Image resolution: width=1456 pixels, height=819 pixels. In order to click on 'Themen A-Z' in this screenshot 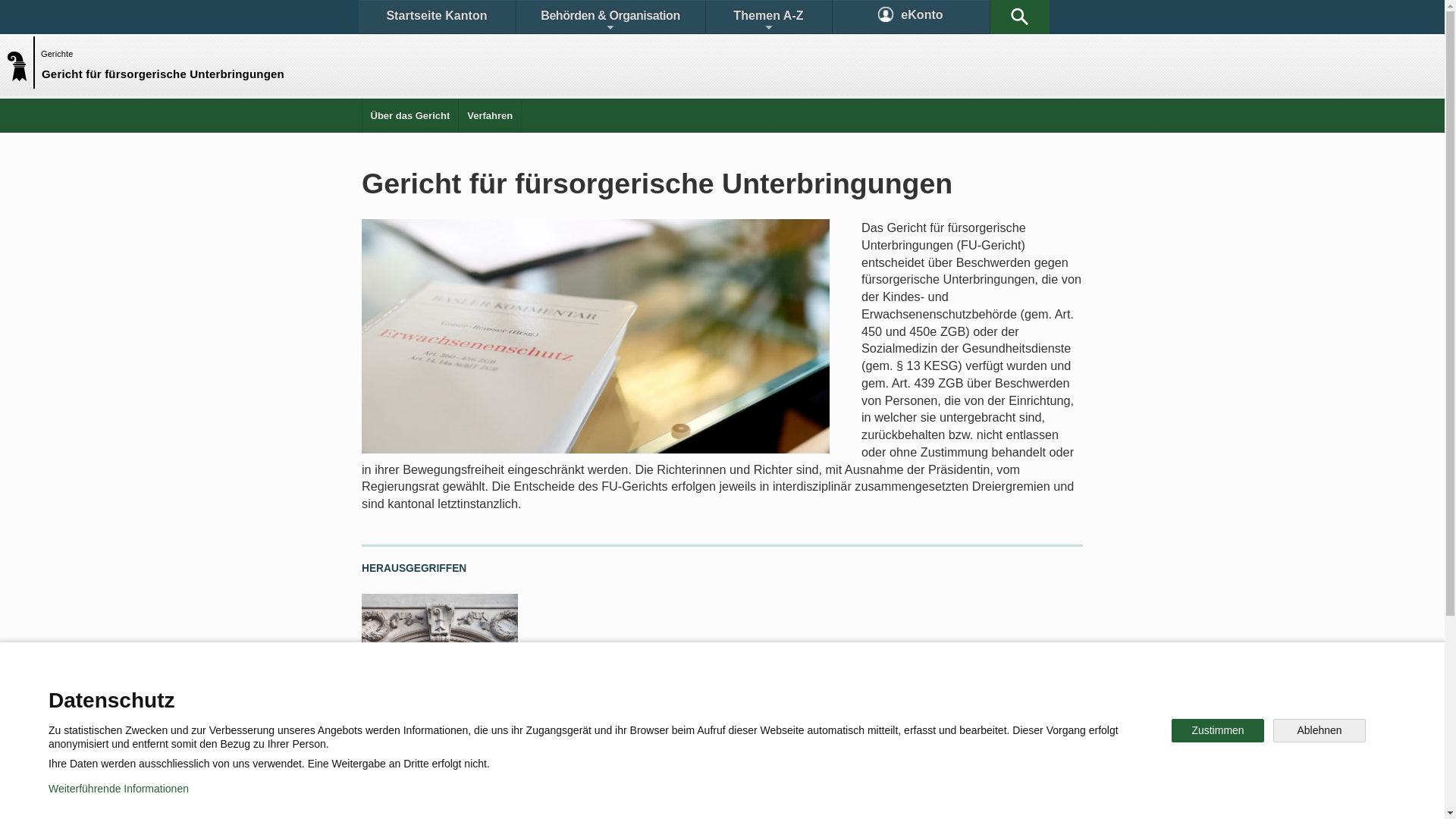, I will do `click(767, 17)`.